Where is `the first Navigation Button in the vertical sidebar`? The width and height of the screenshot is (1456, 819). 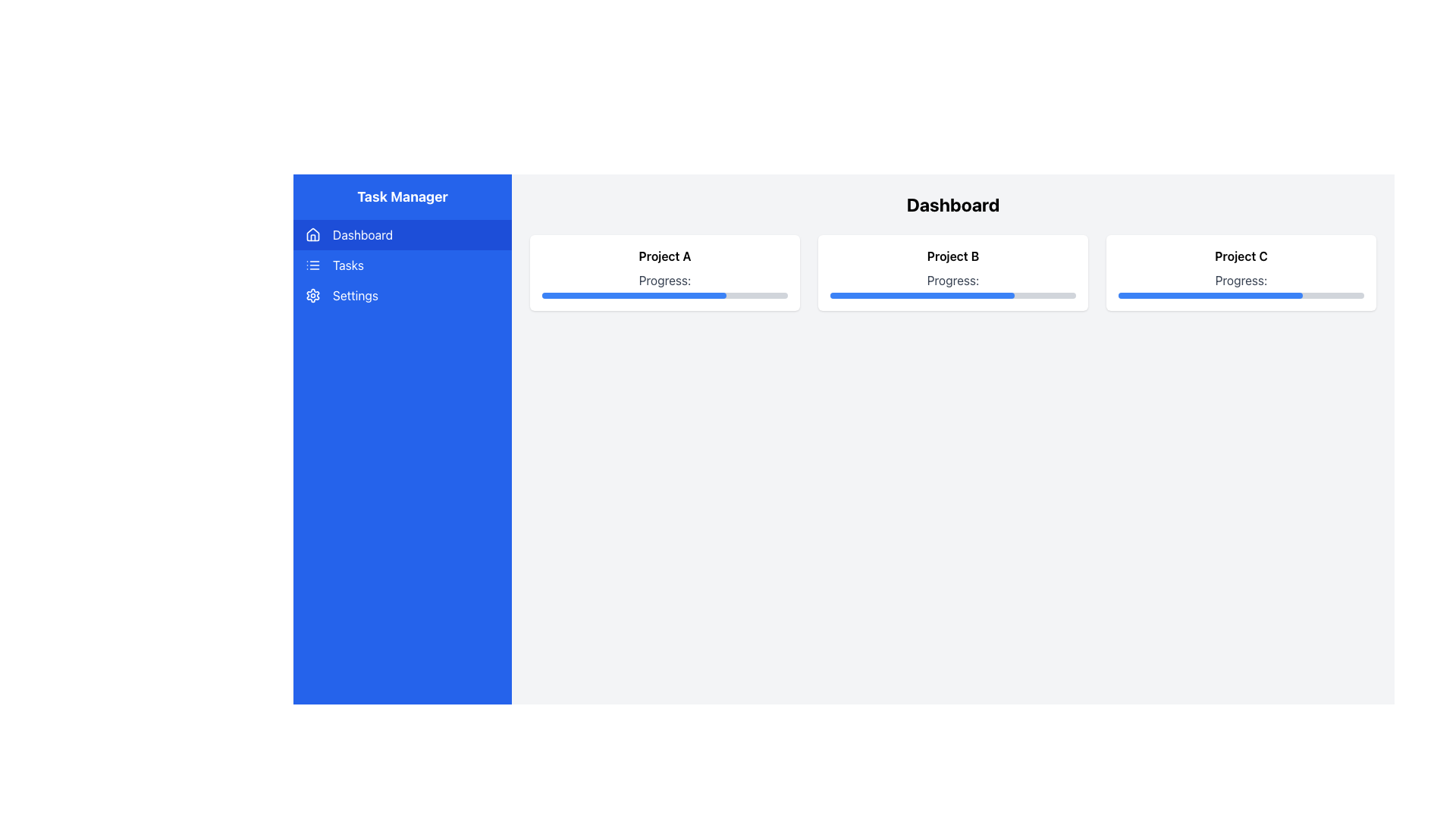 the first Navigation Button in the vertical sidebar is located at coordinates (403, 234).